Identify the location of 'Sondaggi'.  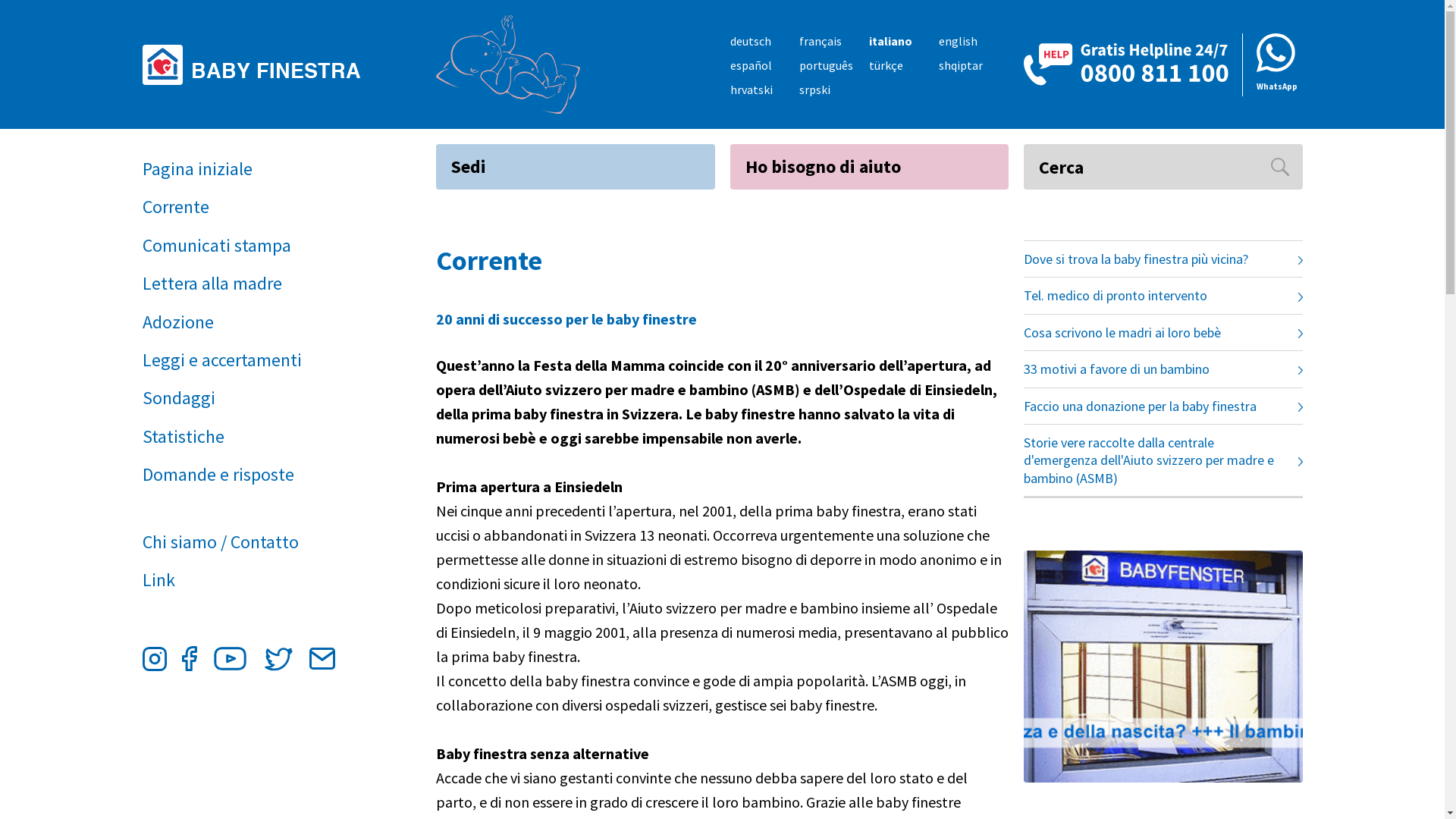
(254, 397).